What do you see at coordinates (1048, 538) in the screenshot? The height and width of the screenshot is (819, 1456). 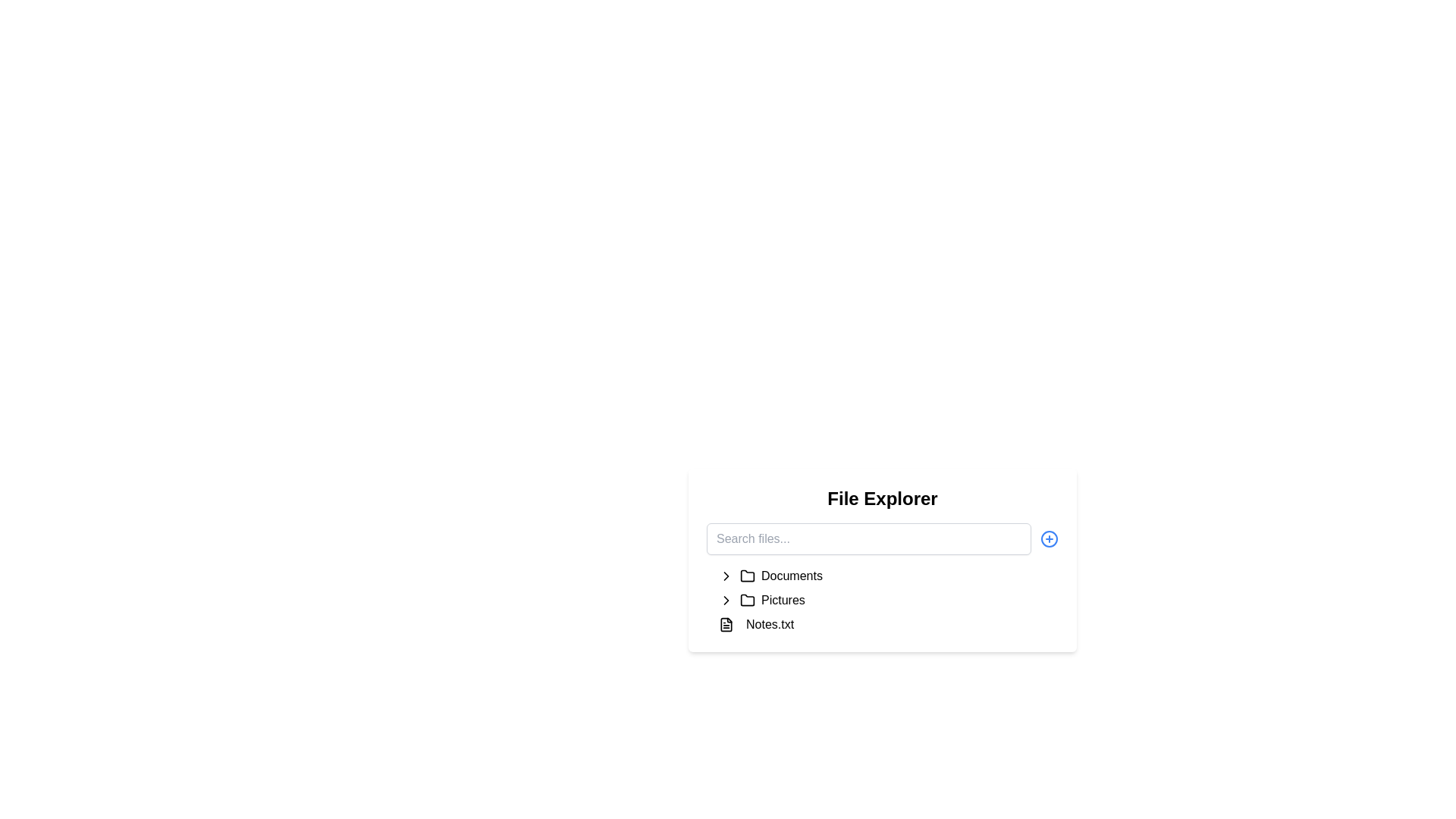 I see `the action trigger button located to the right of the 'Search files...' input field` at bounding box center [1048, 538].